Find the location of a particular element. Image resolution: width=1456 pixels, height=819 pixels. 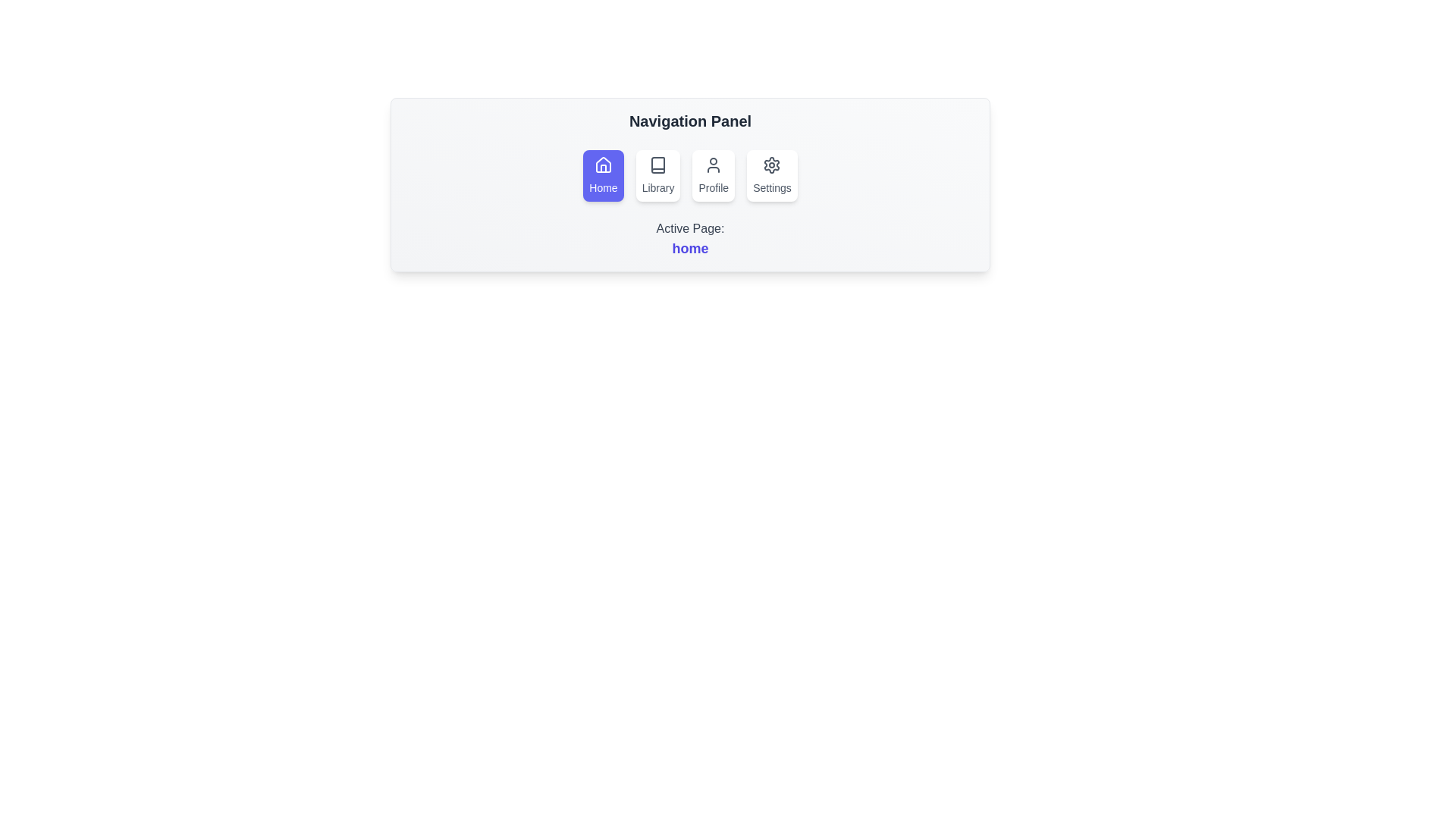

the 'Navigation Panel' text label, which is a prominent header in bold dark gray at the top of its section is located at coordinates (689, 120).